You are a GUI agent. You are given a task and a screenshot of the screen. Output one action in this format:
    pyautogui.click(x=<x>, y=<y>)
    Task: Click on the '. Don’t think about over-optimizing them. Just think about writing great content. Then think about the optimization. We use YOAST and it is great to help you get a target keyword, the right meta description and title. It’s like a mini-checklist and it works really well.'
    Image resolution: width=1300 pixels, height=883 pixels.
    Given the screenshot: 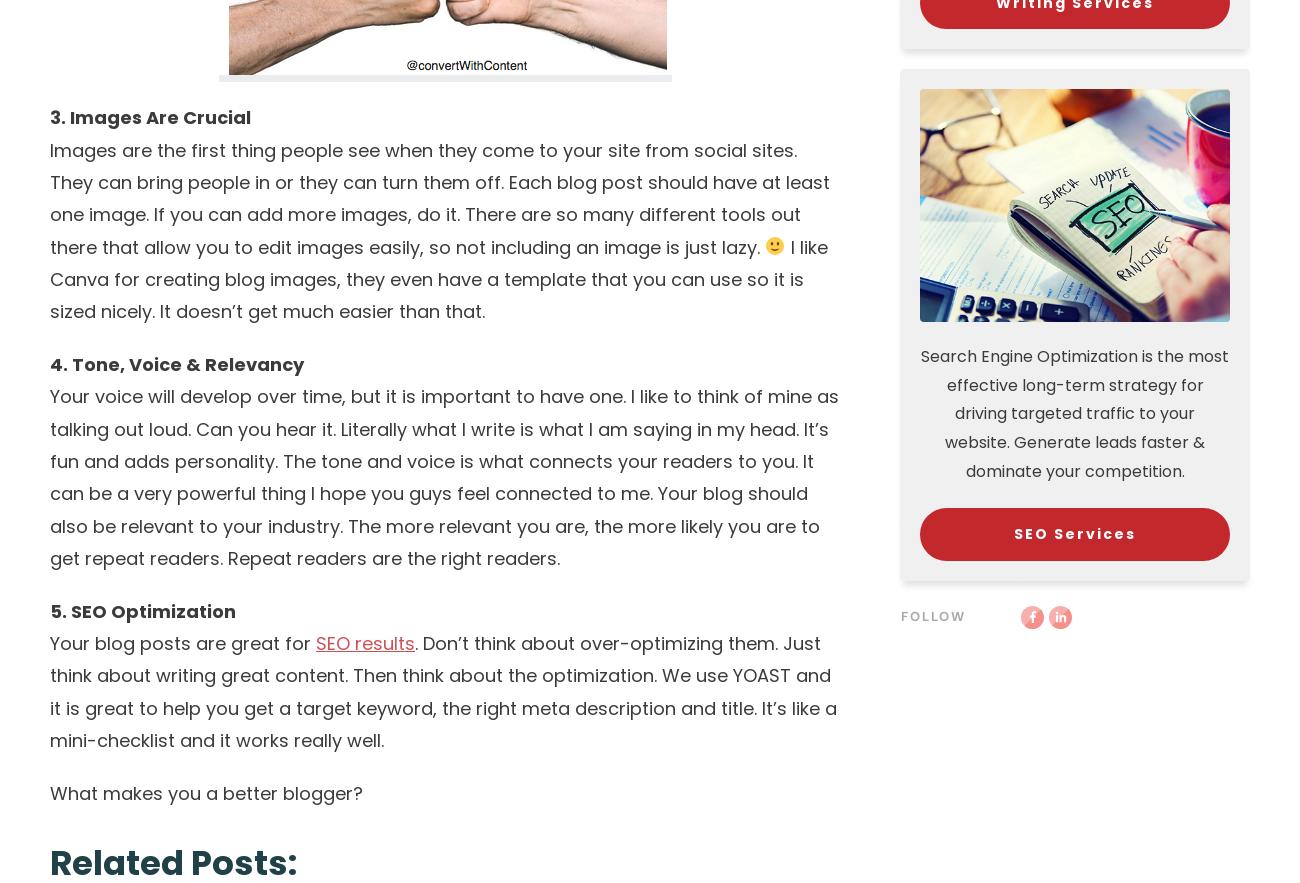 What is the action you would take?
    pyautogui.click(x=442, y=691)
    